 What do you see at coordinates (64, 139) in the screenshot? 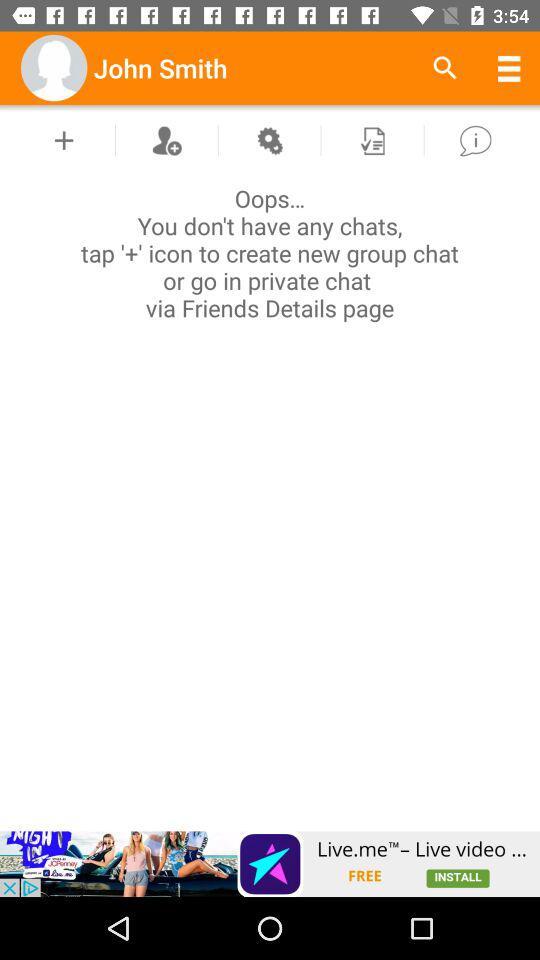
I see `chat` at bounding box center [64, 139].